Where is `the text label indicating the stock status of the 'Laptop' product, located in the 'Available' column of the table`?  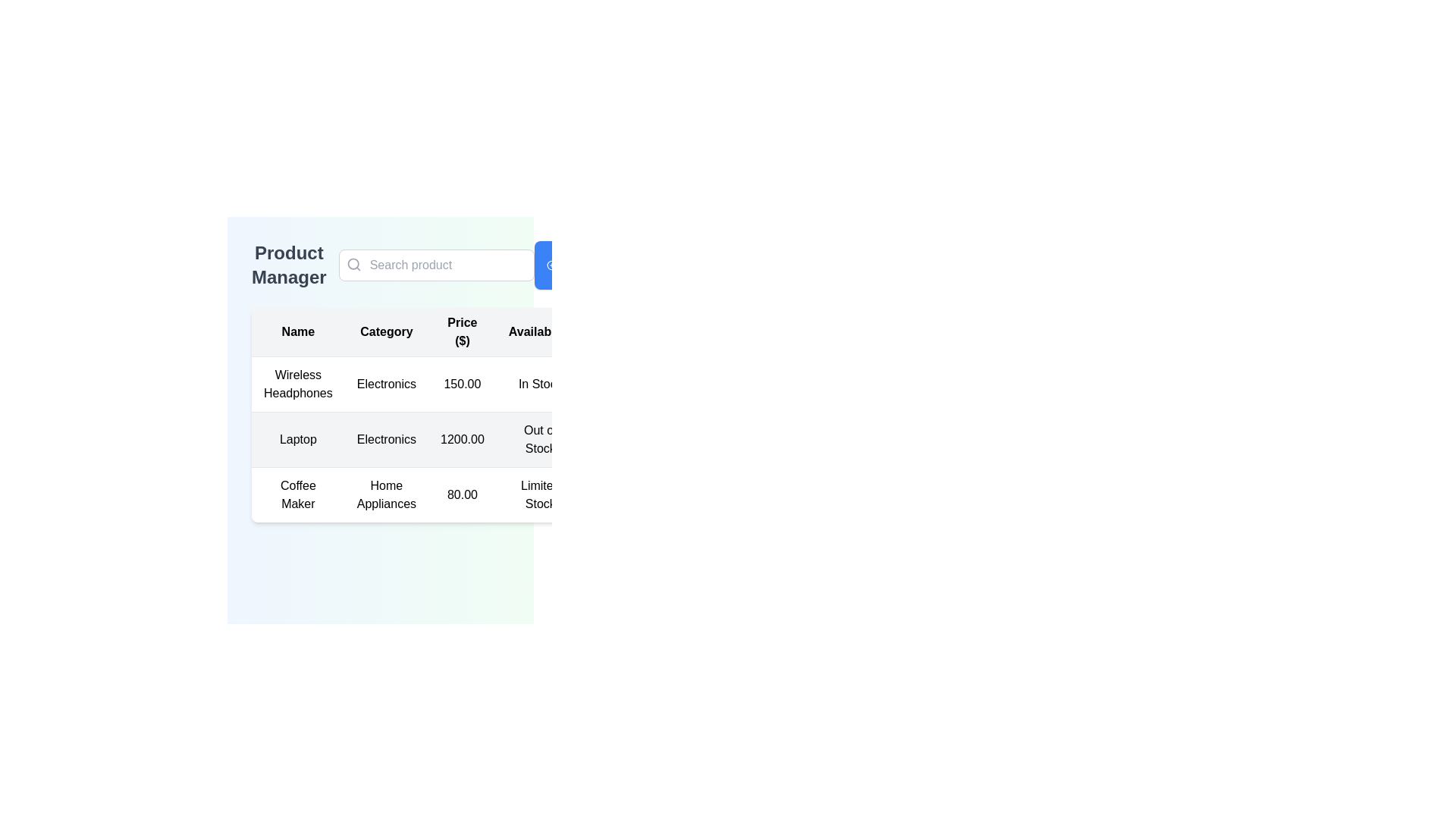
the text label indicating the stock status of the 'Laptop' product, located in the 'Available' column of the table is located at coordinates (540, 439).